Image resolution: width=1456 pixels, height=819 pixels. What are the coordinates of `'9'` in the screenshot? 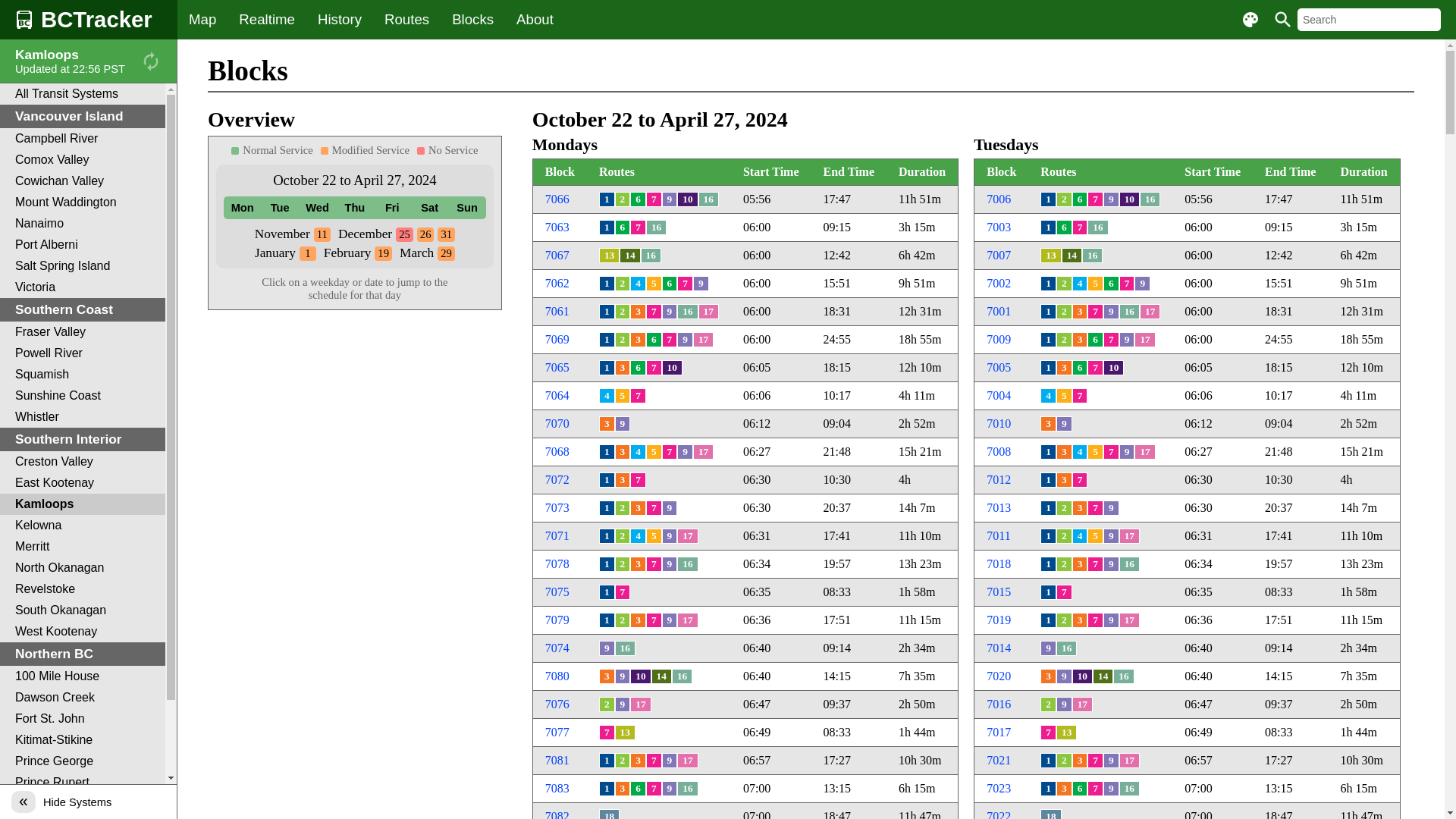 It's located at (623, 424).